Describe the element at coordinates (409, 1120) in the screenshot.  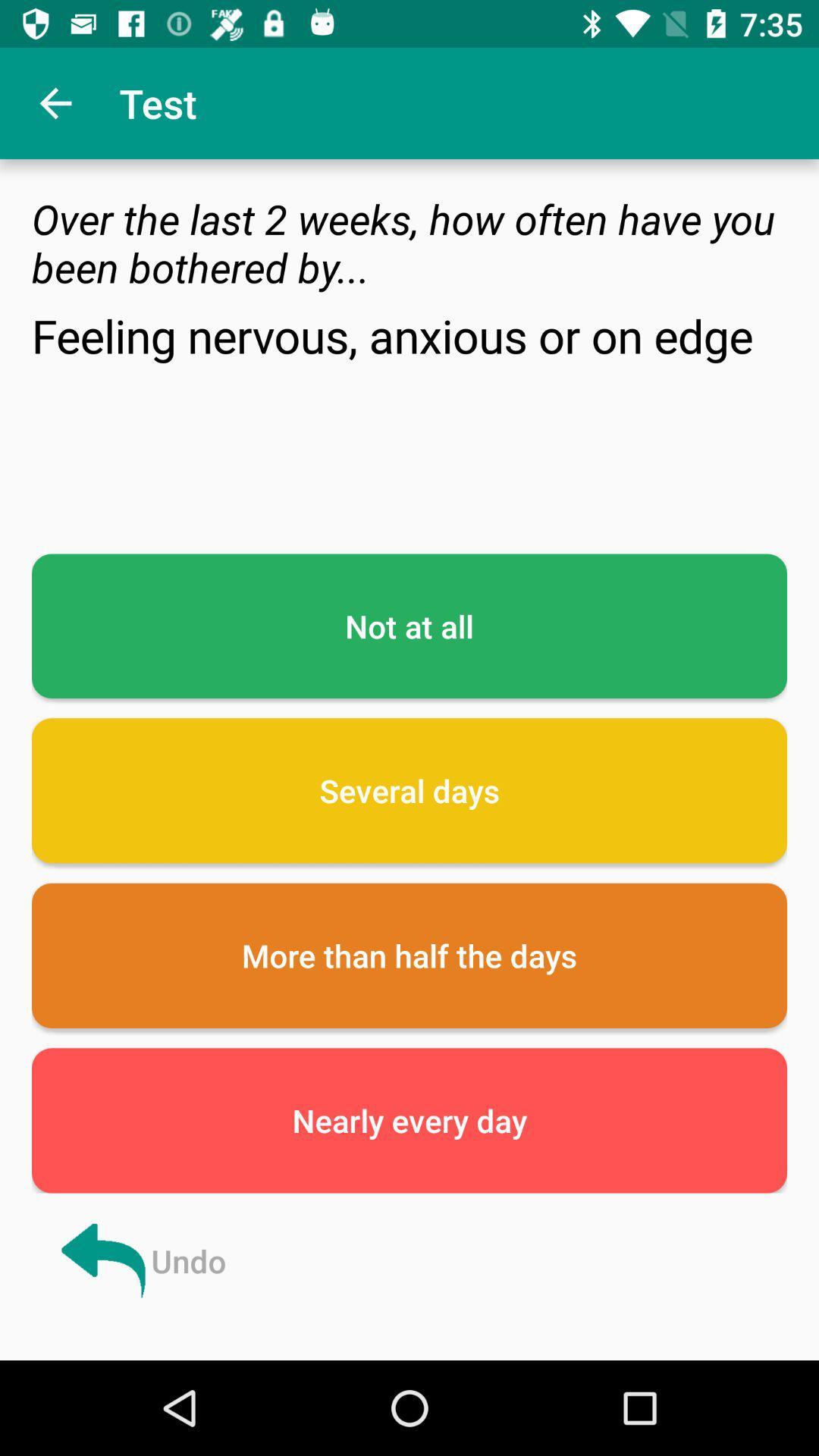
I see `icon below more than half` at that location.